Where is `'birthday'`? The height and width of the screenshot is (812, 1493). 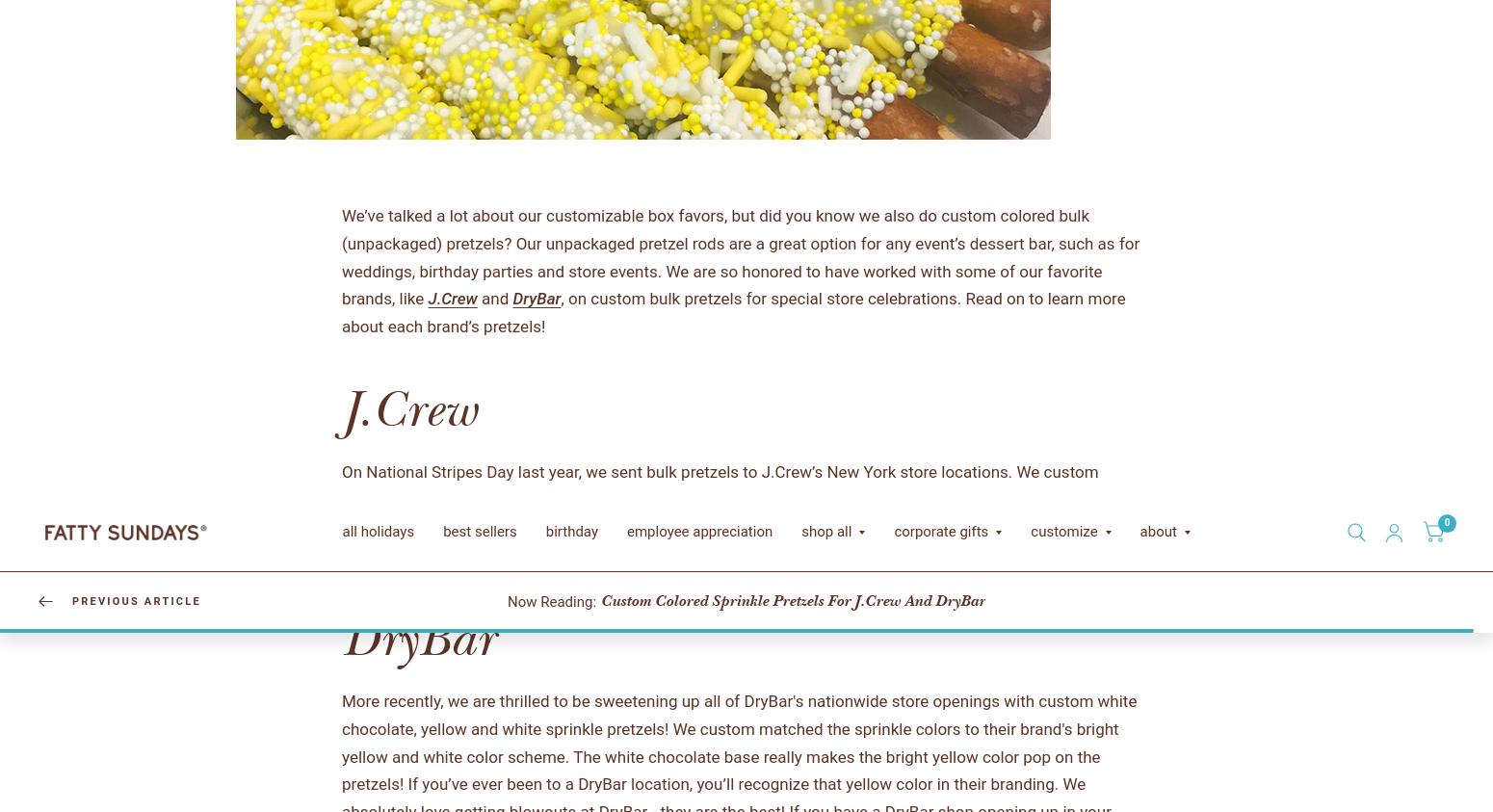
'birthday' is located at coordinates (130, 713).